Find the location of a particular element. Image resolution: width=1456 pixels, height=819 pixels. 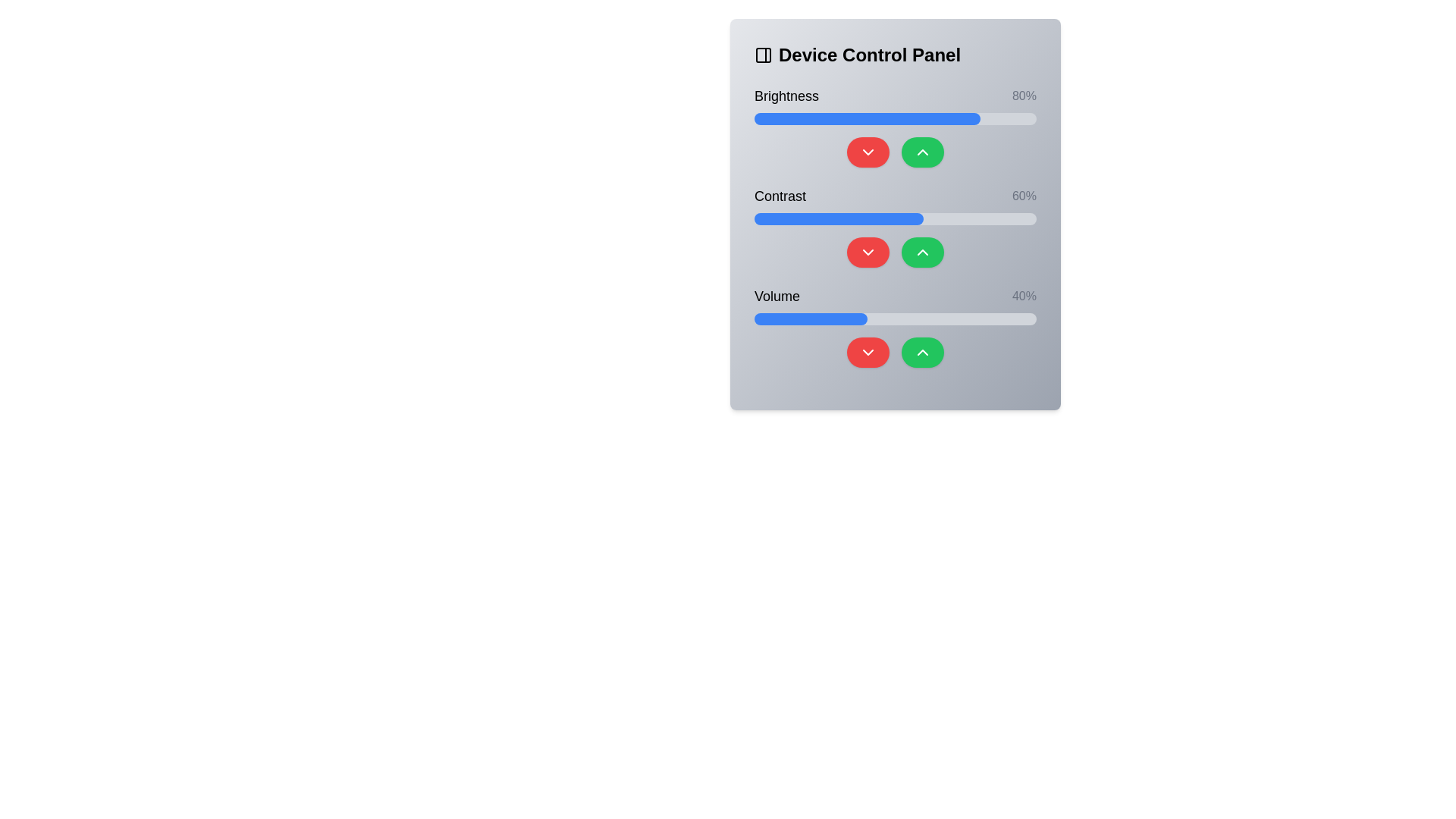

the contrast level is located at coordinates (965, 219).